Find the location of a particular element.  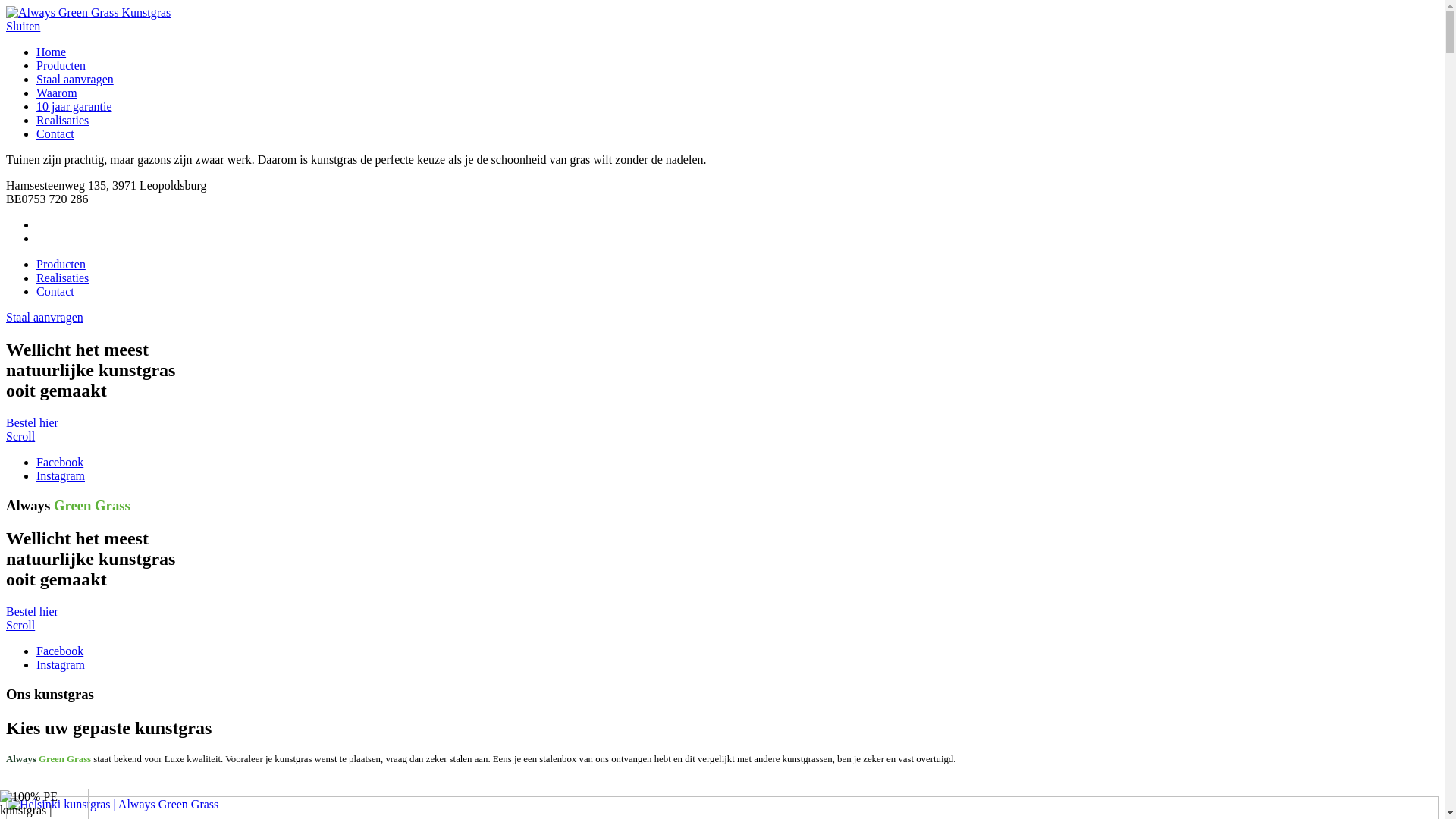

'Home' is located at coordinates (51, 51).